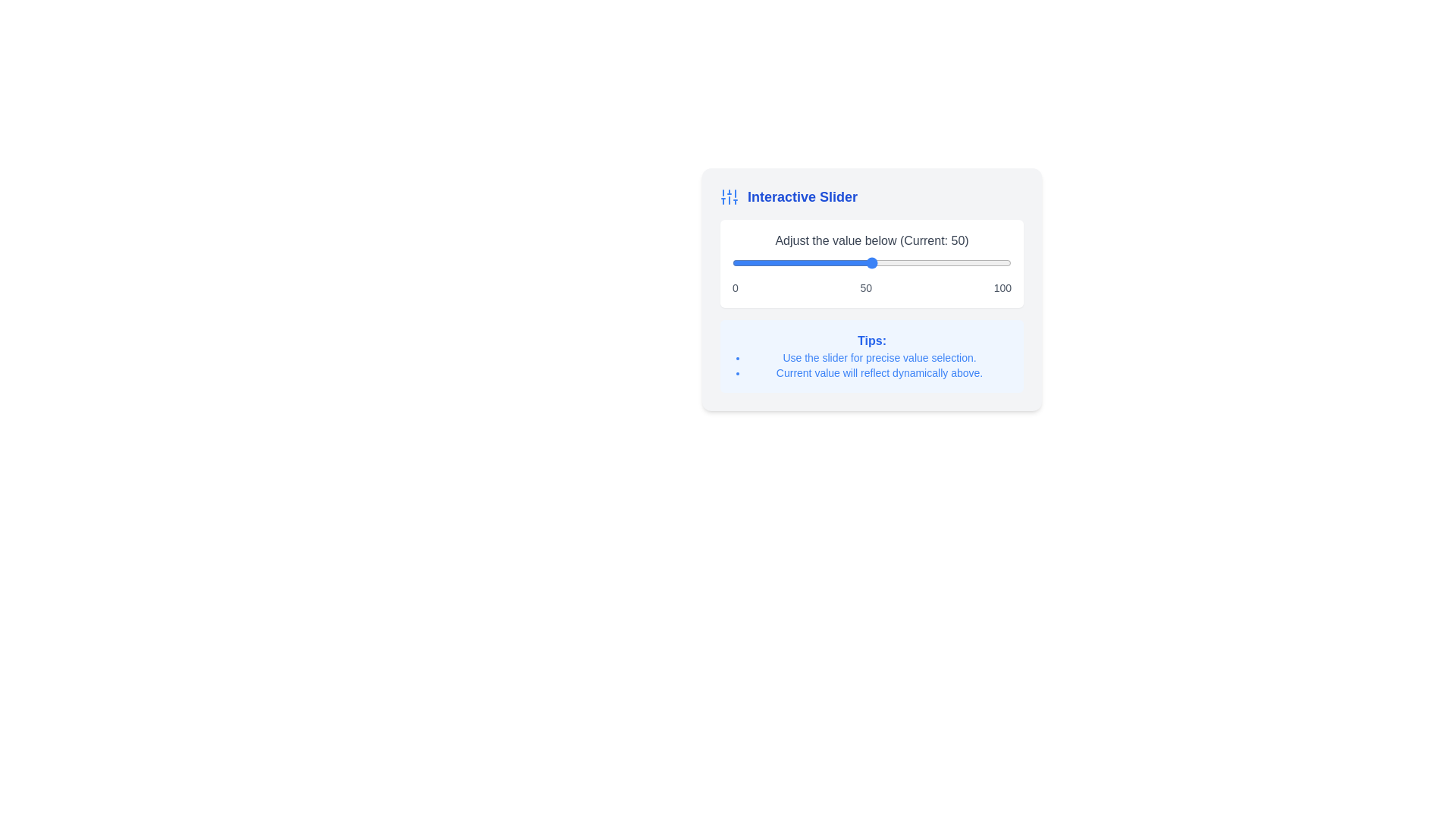  What do you see at coordinates (943, 262) in the screenshot?
I see `the slider value` at bounding box center [943, 262].